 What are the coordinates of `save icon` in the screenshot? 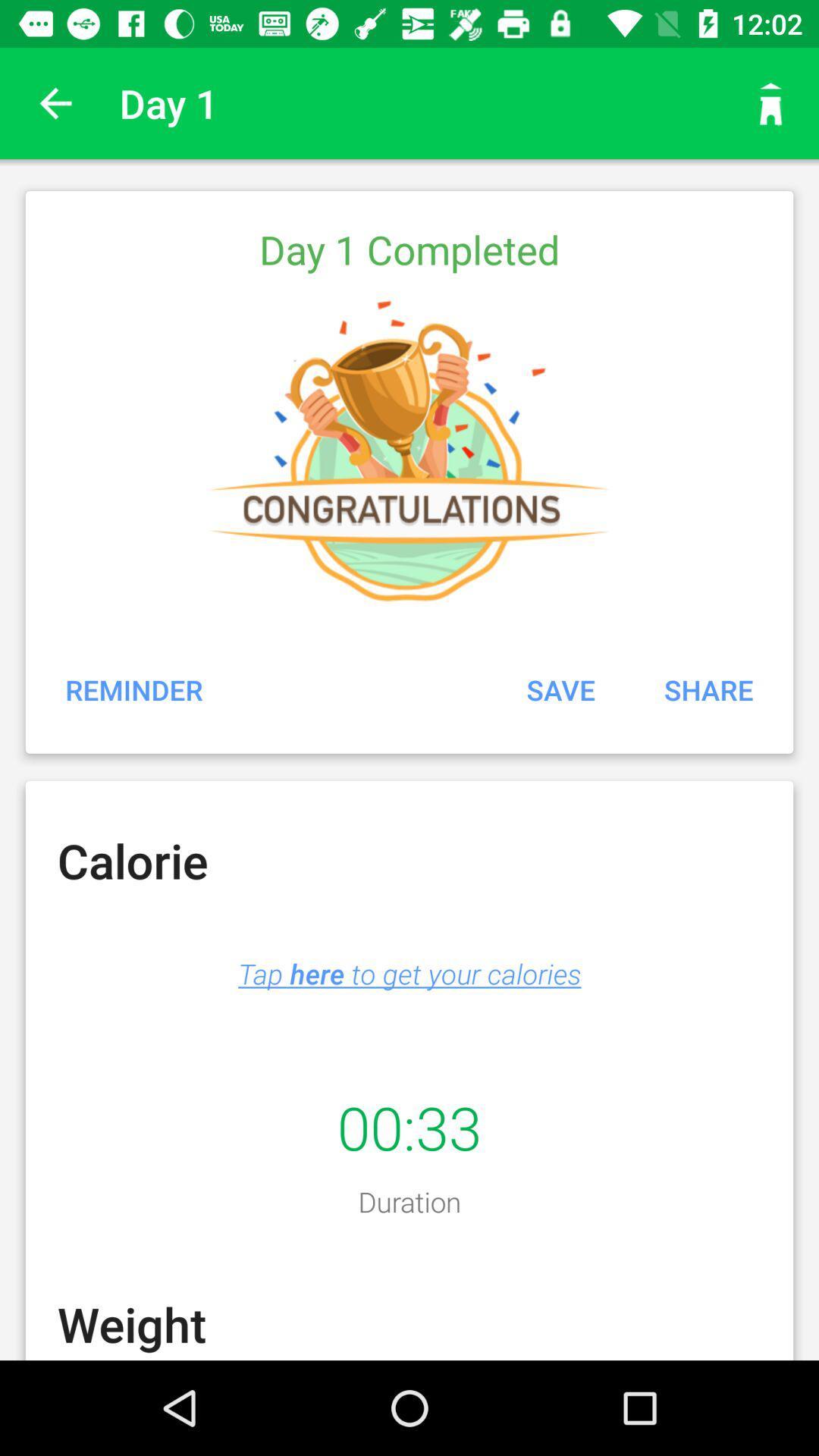 It's located at (560, 689).